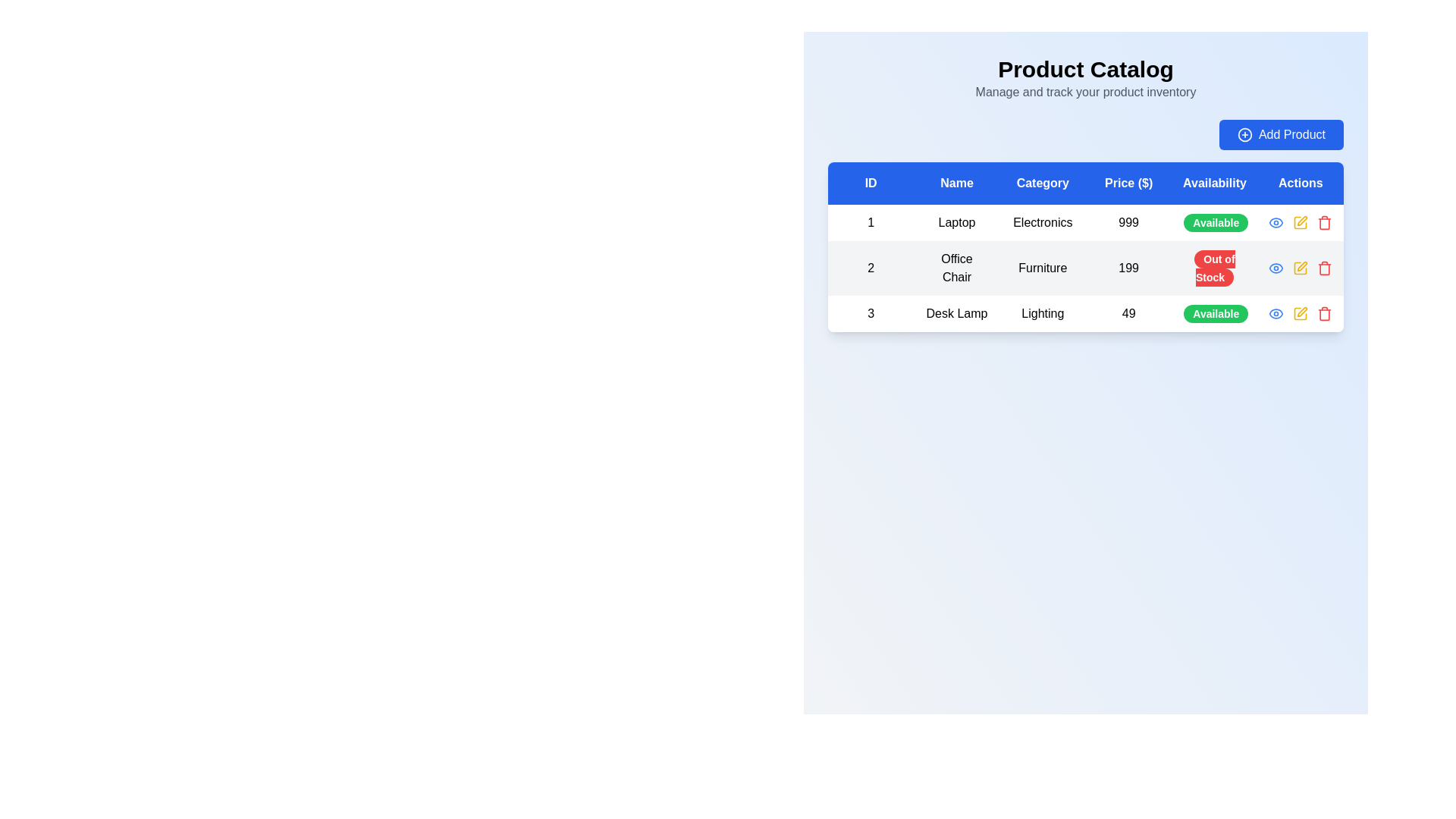 The width and height of the screenshot is (1456, 819). Describe the element at coordinates (956, 183) in the screenshot. I see `the 'Name' label in the header row of the table, which is styled in white on a blue background and is the second entry in the header, positioned to the right of the 'ID' label and to the left of the 'Category' label` at that location.